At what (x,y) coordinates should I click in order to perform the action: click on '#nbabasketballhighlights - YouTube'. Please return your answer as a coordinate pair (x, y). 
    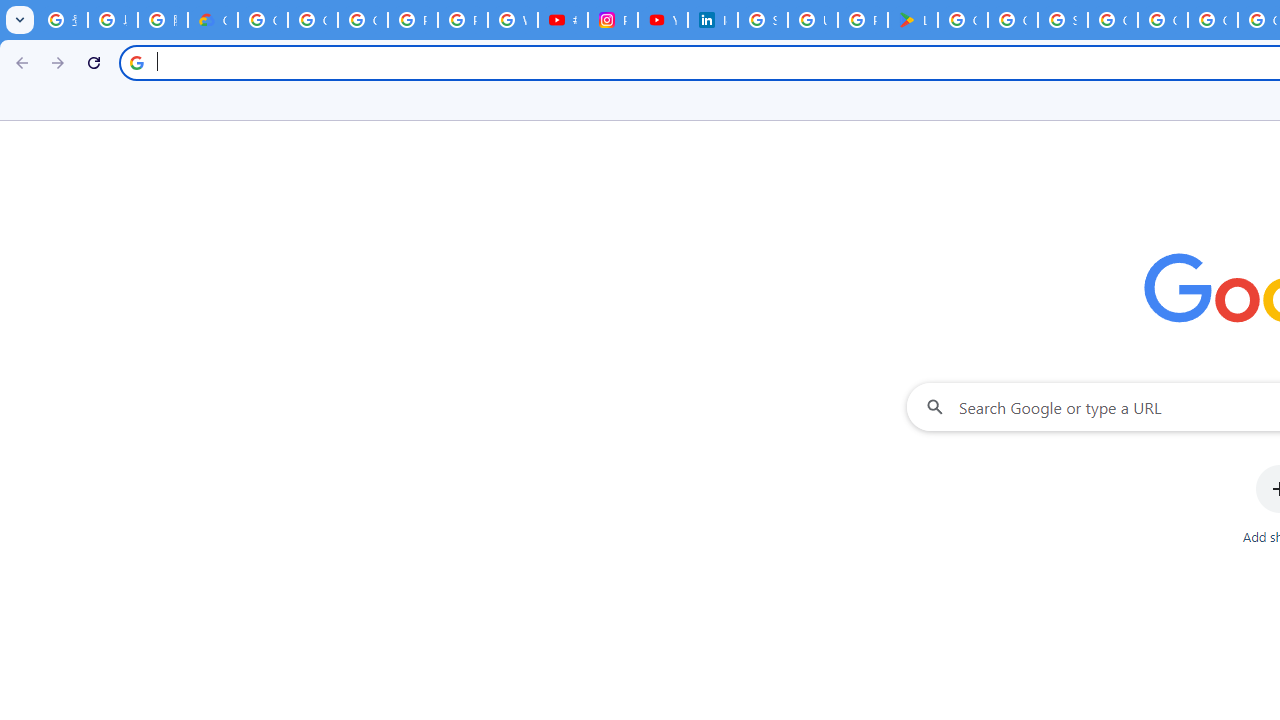
    Looking at the image, I should click on (561, 20).